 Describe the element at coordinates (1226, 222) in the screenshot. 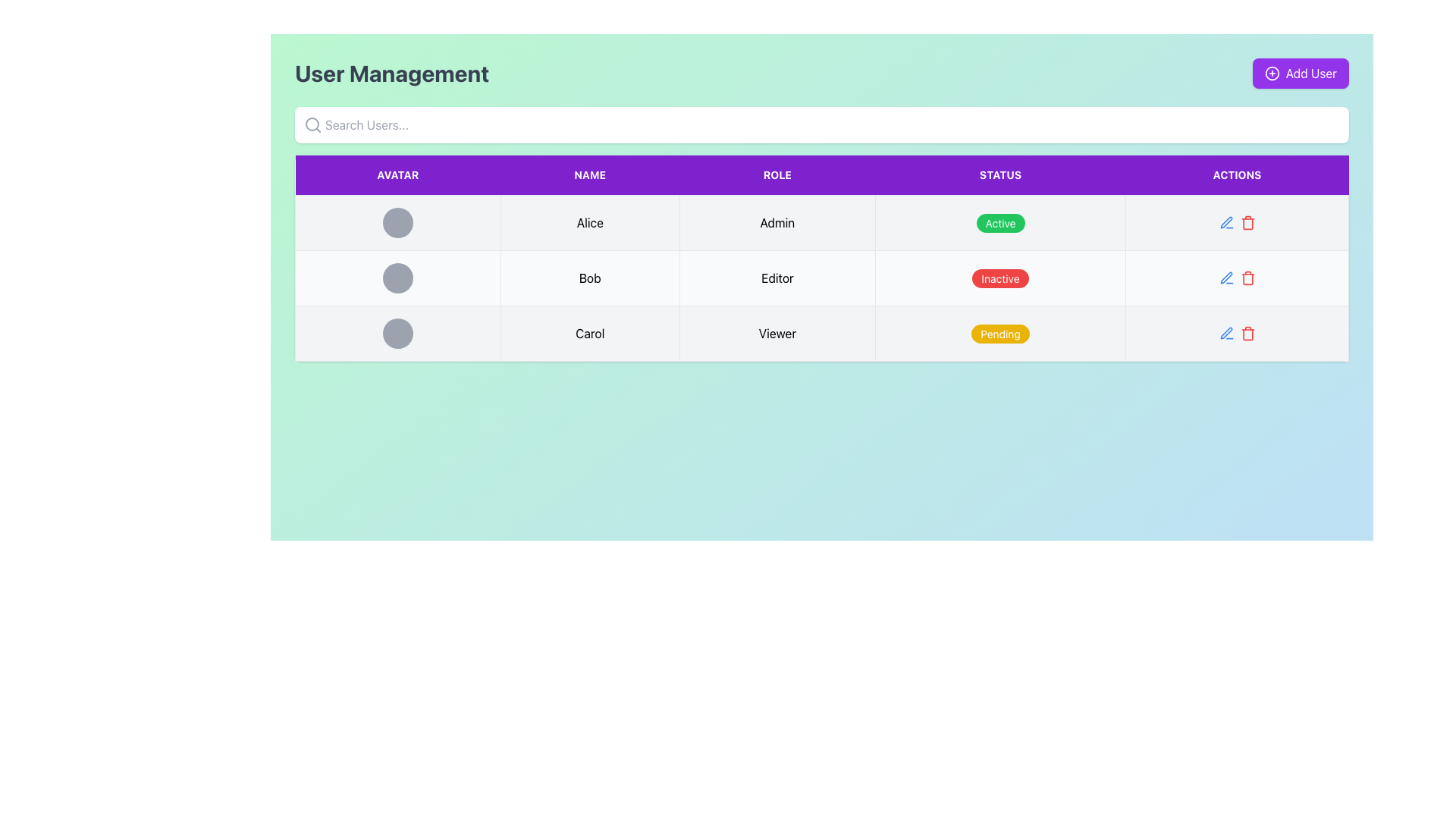

I see `the edit icon represented by a pen in the second row of the user management interface under the 'Actions' column next to the 'Inactive' status` at that location.